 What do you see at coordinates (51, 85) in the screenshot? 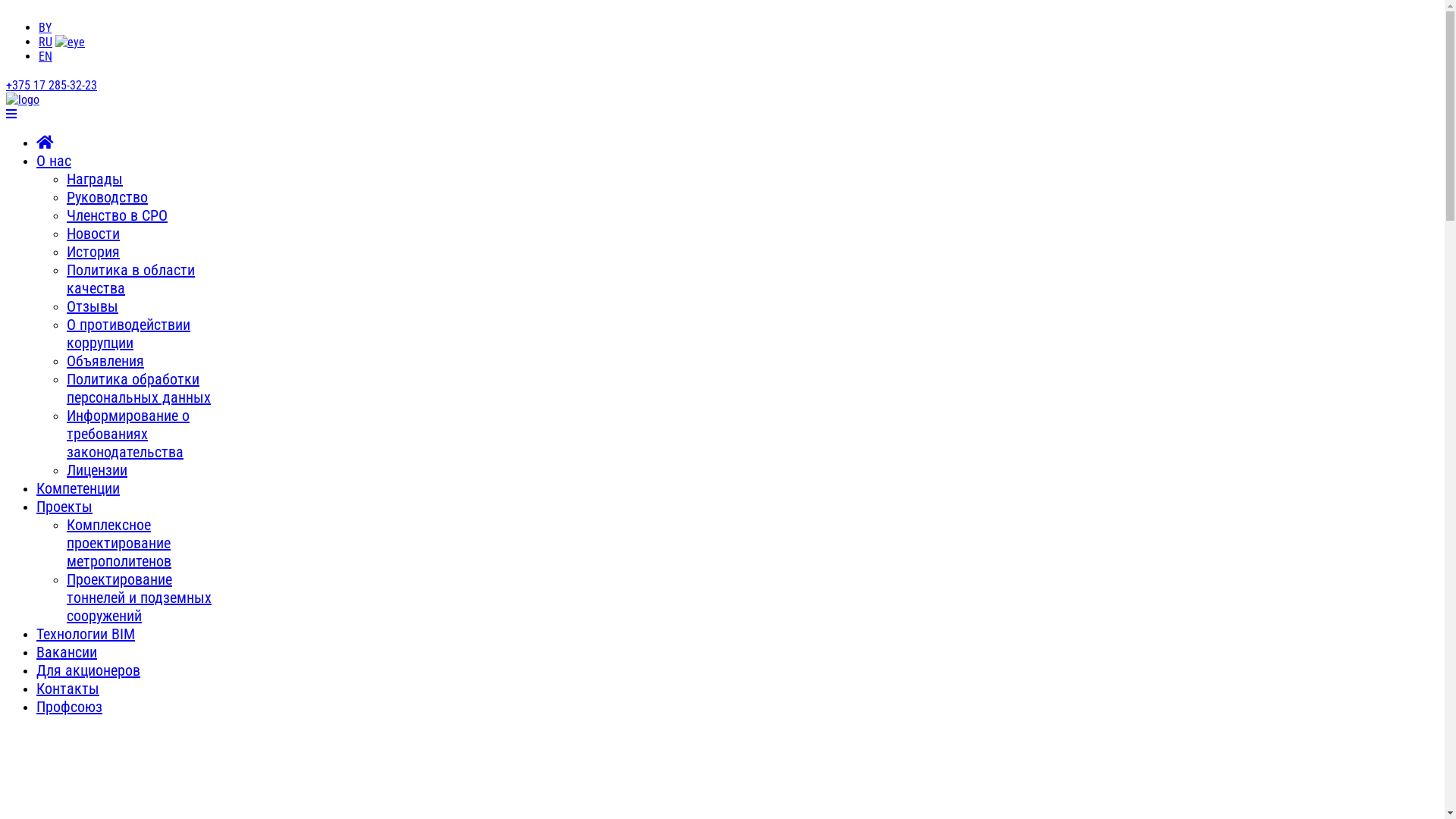
I see `'+375 17 285-32-23'` at bounding box center [51, 85].